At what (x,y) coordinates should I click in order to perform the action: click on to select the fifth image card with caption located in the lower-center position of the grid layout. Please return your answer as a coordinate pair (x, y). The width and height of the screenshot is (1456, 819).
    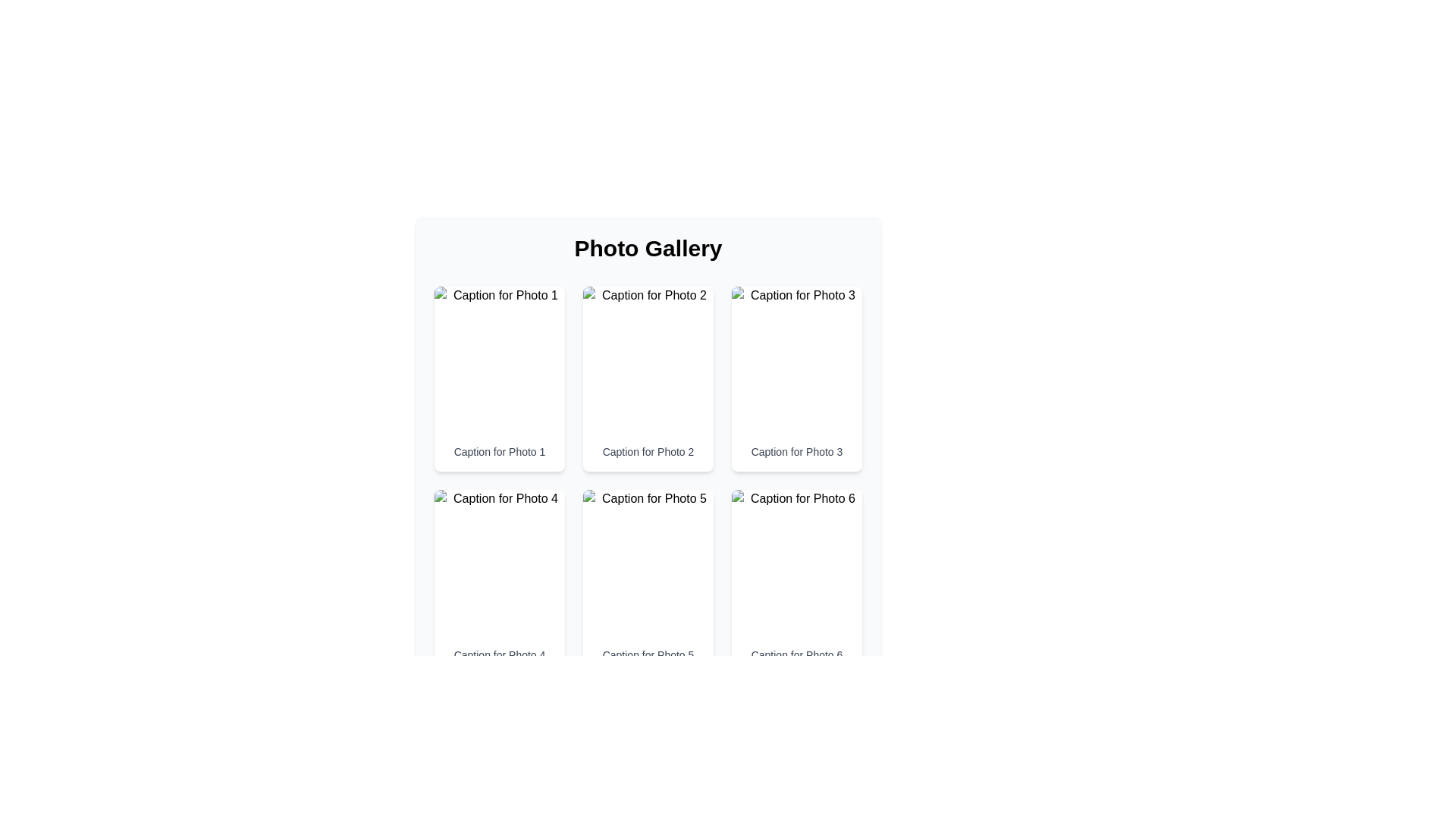
    Looking at the image, I should click on (648, 581).